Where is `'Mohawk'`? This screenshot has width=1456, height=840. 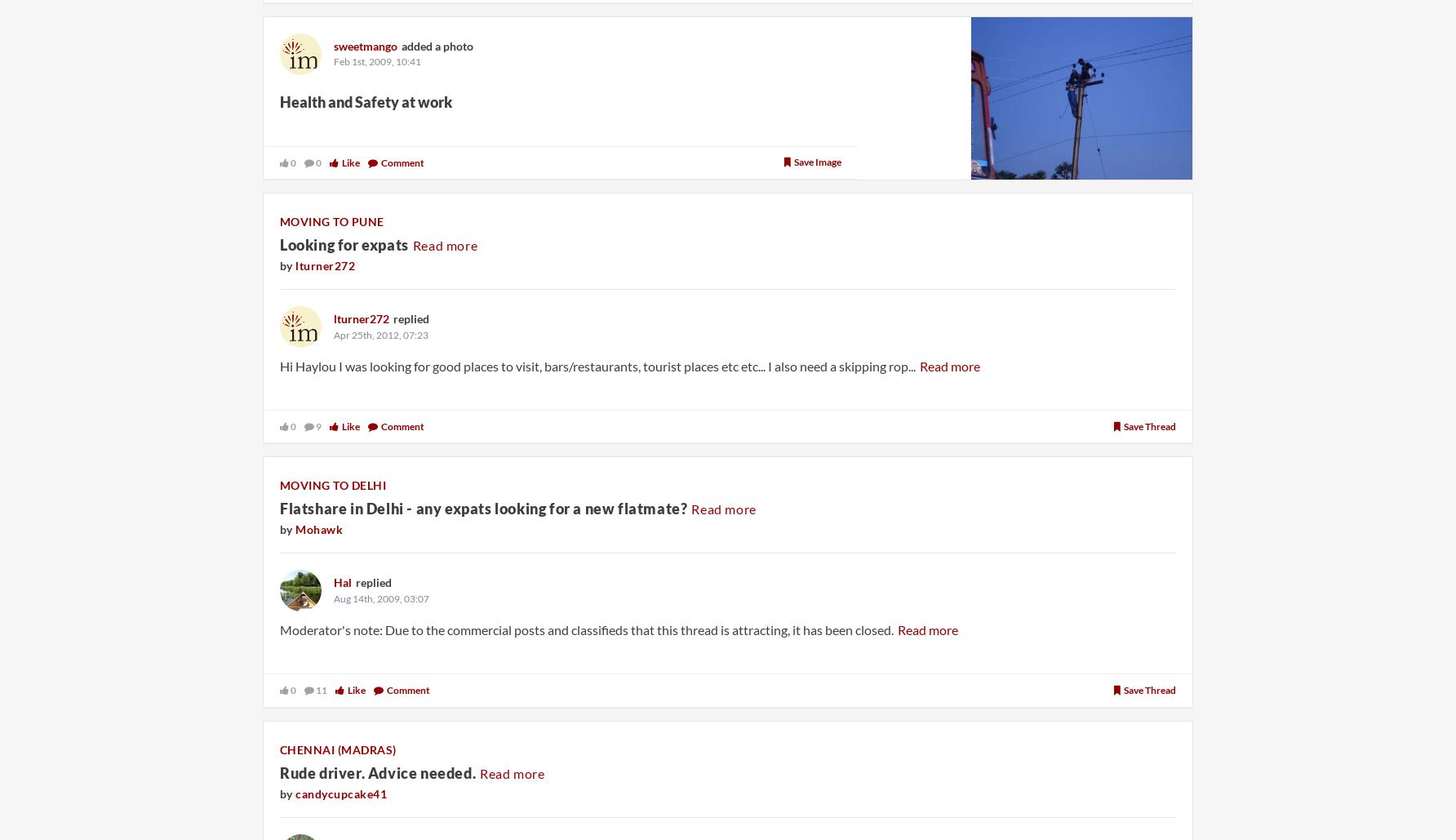 'Mohawk' is located at coordinates (318, 529).